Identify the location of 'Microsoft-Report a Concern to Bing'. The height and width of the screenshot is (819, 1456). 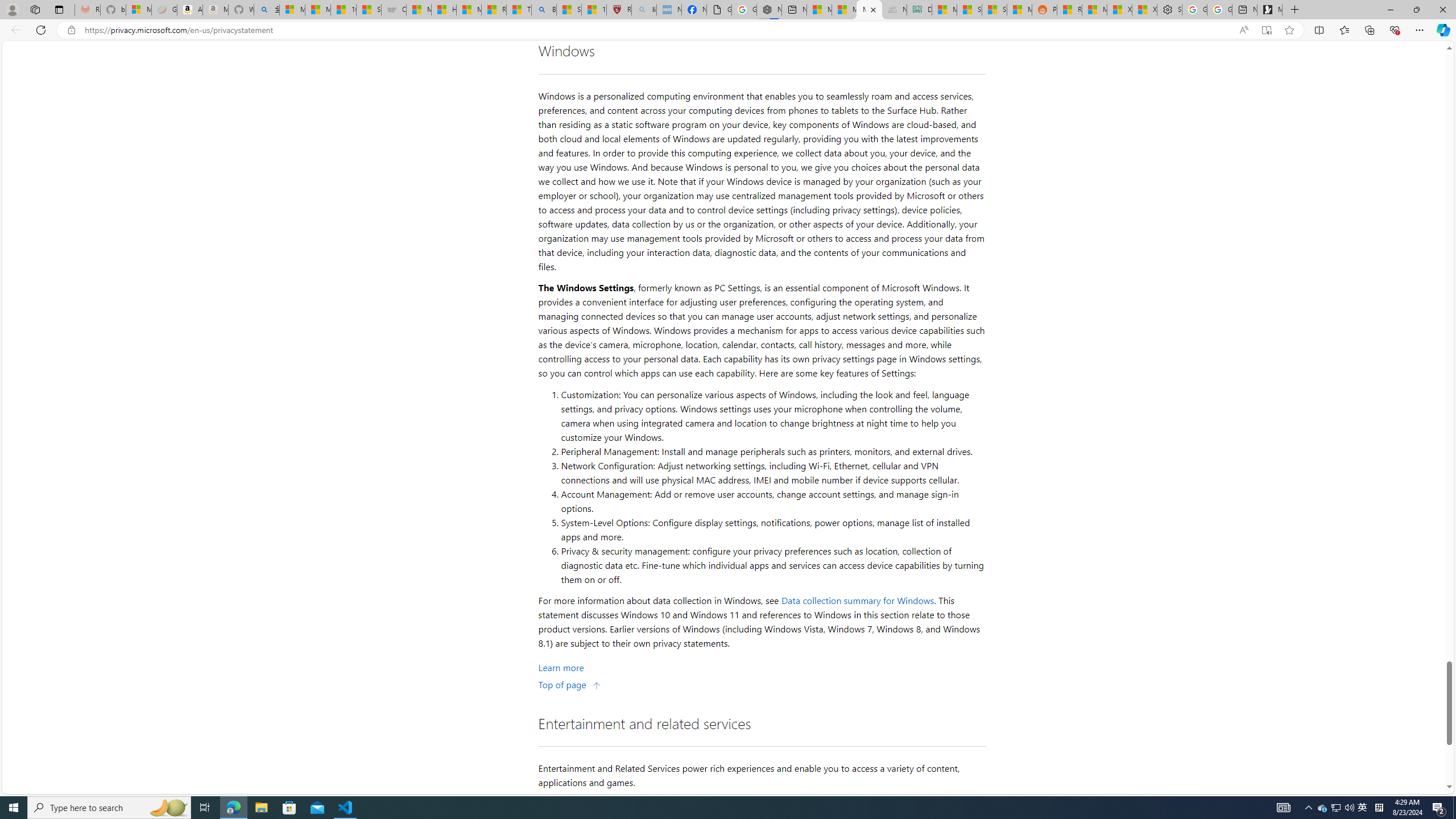
(138, 9).